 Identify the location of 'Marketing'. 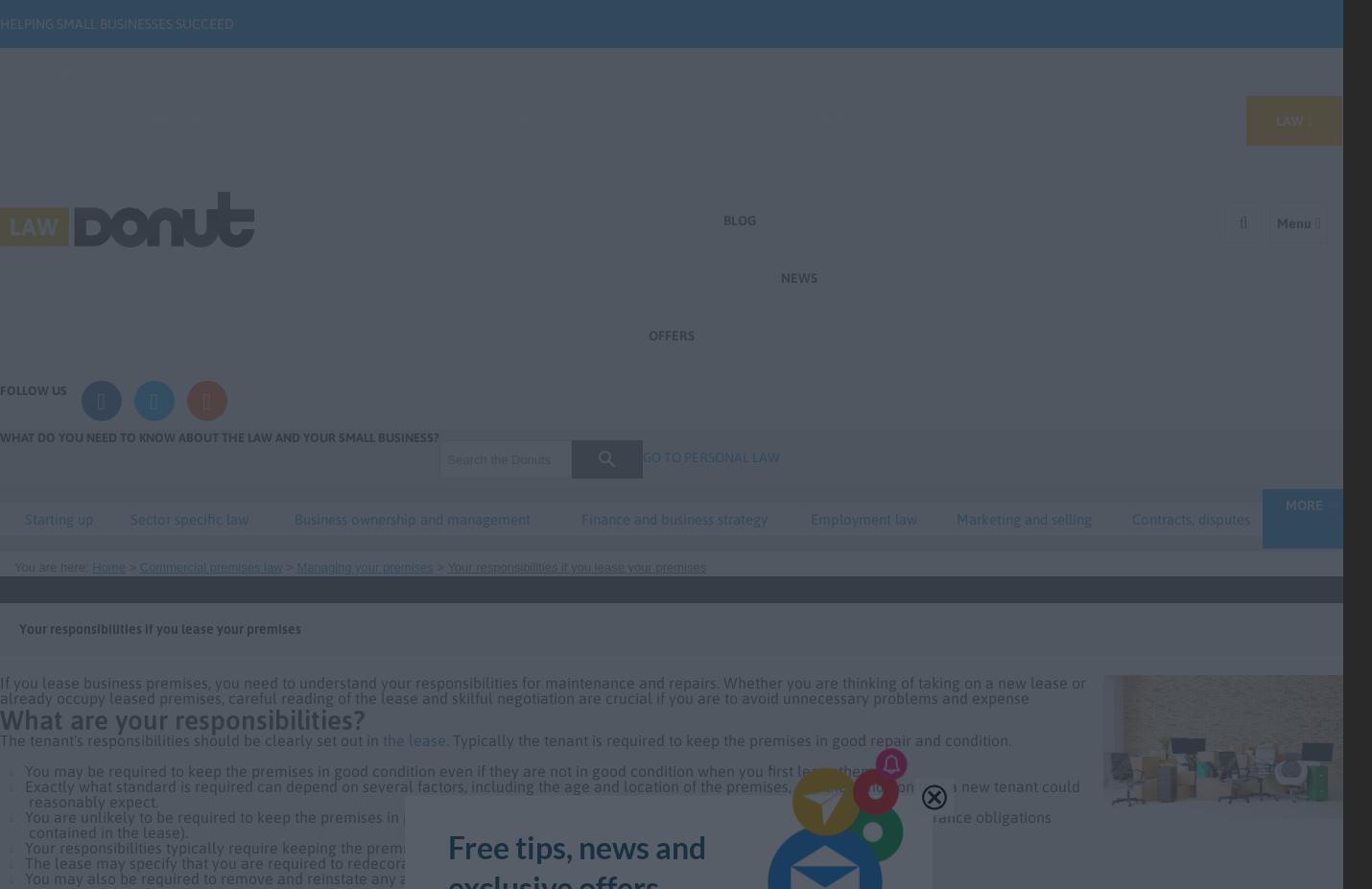
(505, 118).